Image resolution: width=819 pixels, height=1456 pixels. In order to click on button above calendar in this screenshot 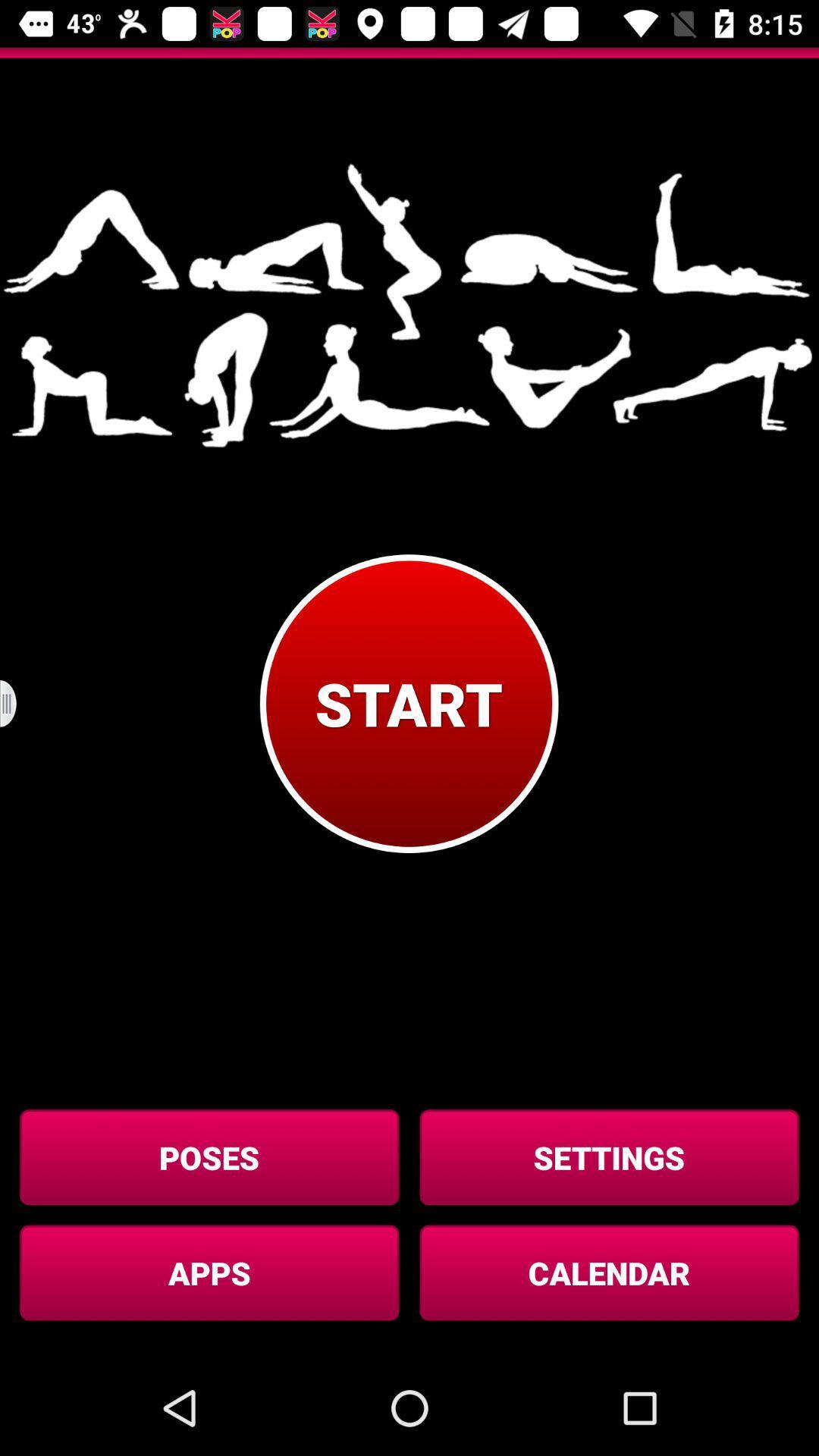, I will do `click(608, 1156)`.